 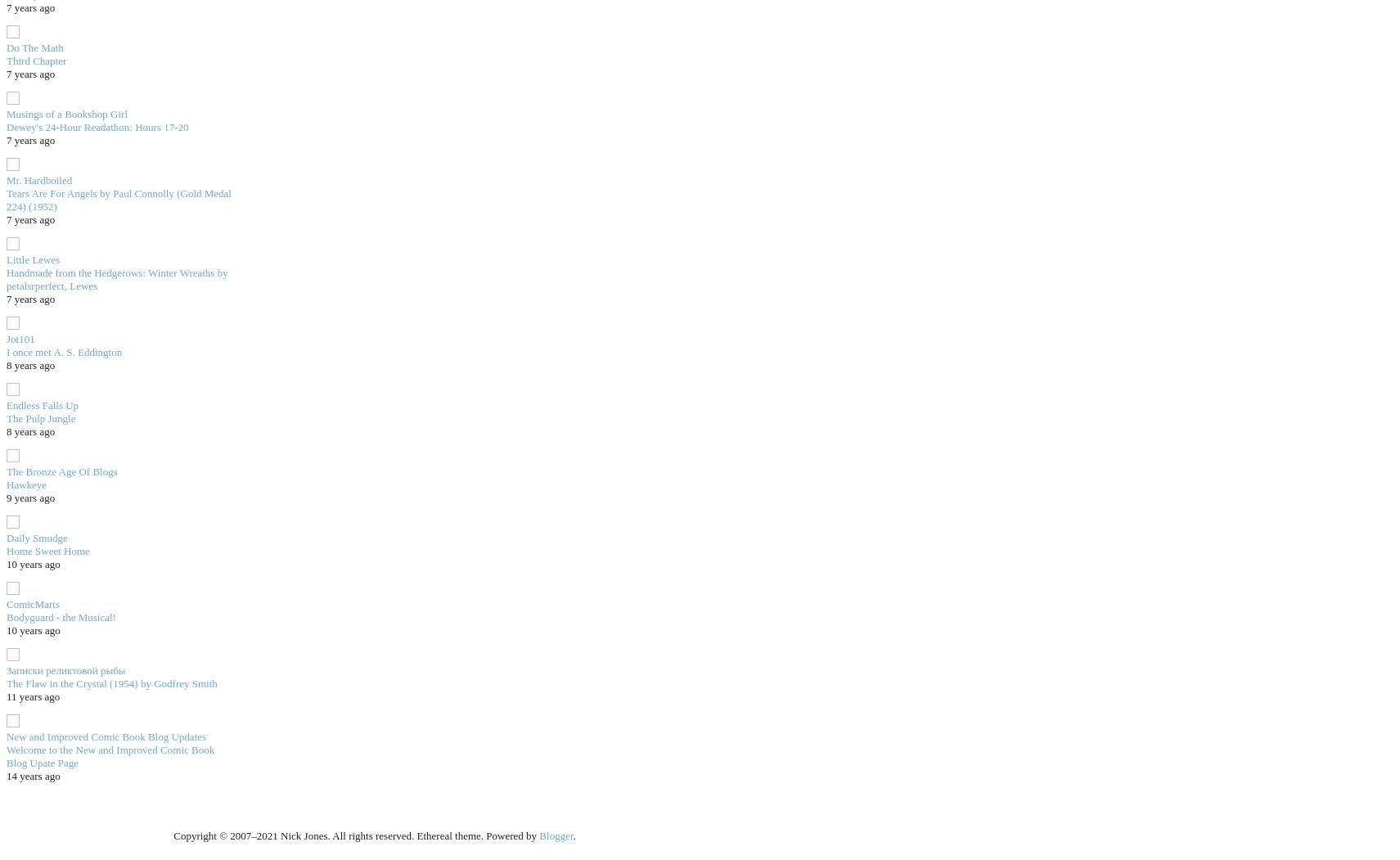 I want to click on 'Do The Math', so click(x=34, y=46).